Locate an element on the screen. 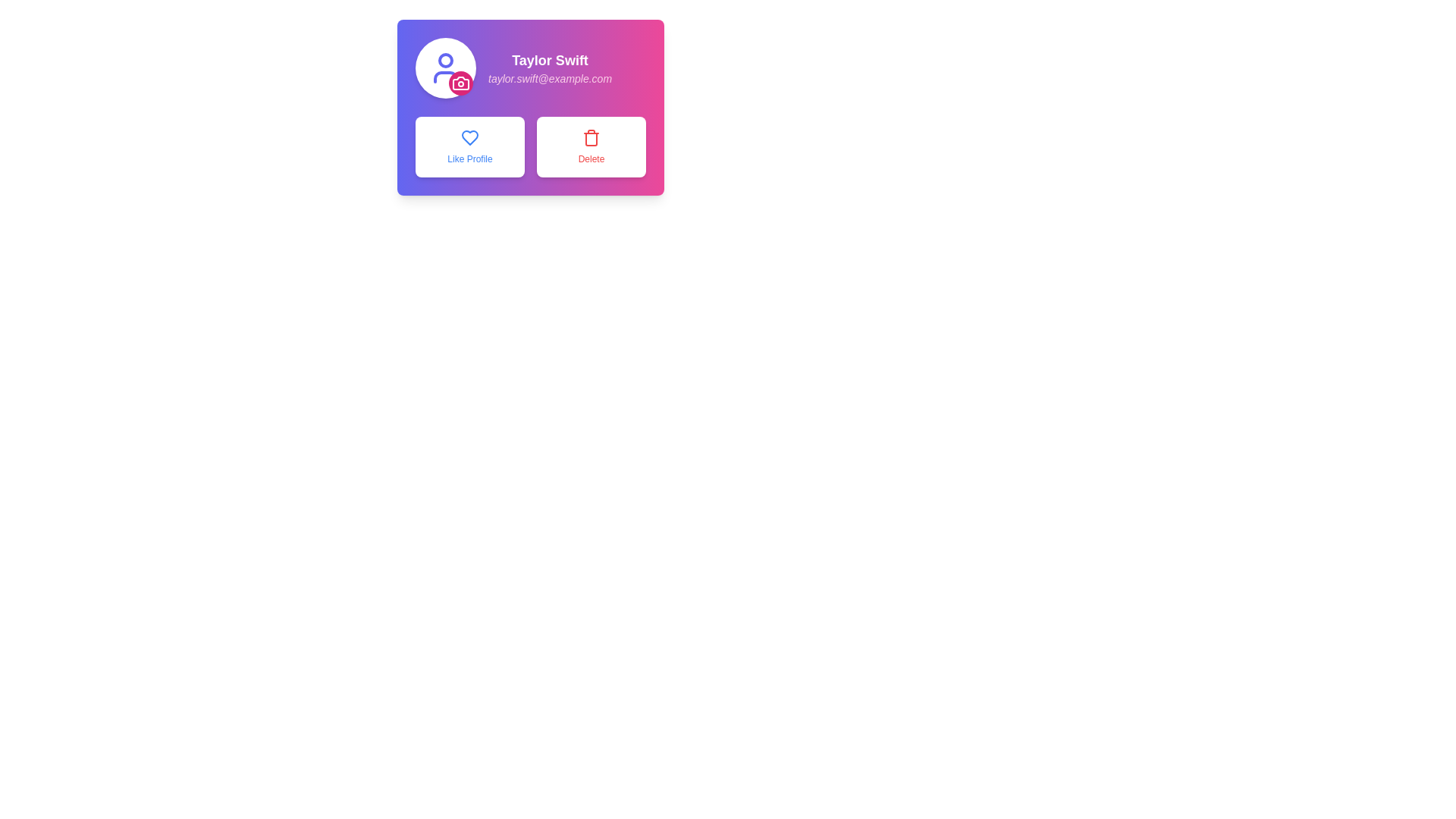 Image resolution: width=1456 pixels, height=819 pixels. the heart icon within the 'Like Profile' button is located at coordinates (469, 137).